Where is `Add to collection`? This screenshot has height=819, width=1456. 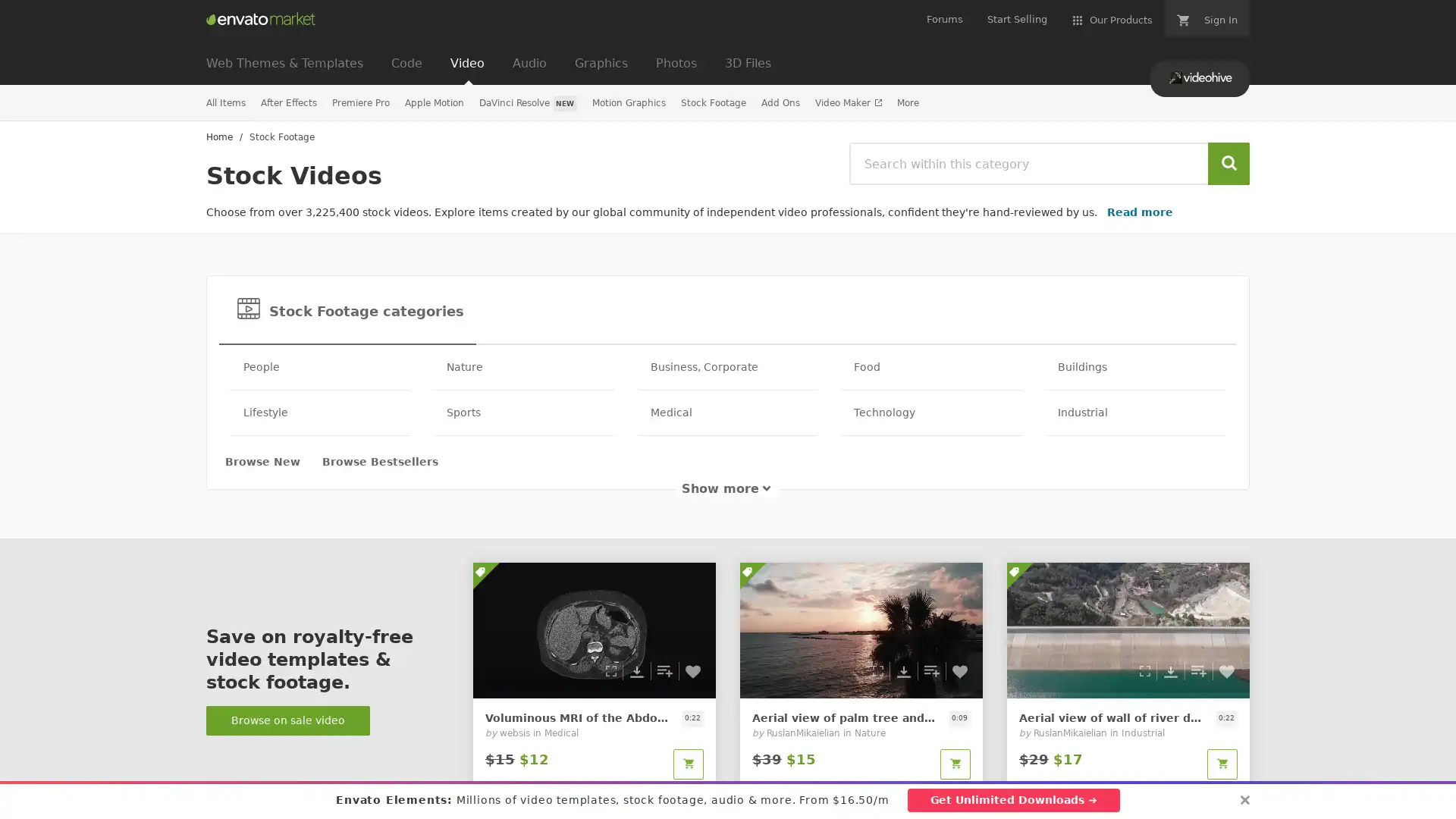 Add to collection is located at coordinates (1197, 670).